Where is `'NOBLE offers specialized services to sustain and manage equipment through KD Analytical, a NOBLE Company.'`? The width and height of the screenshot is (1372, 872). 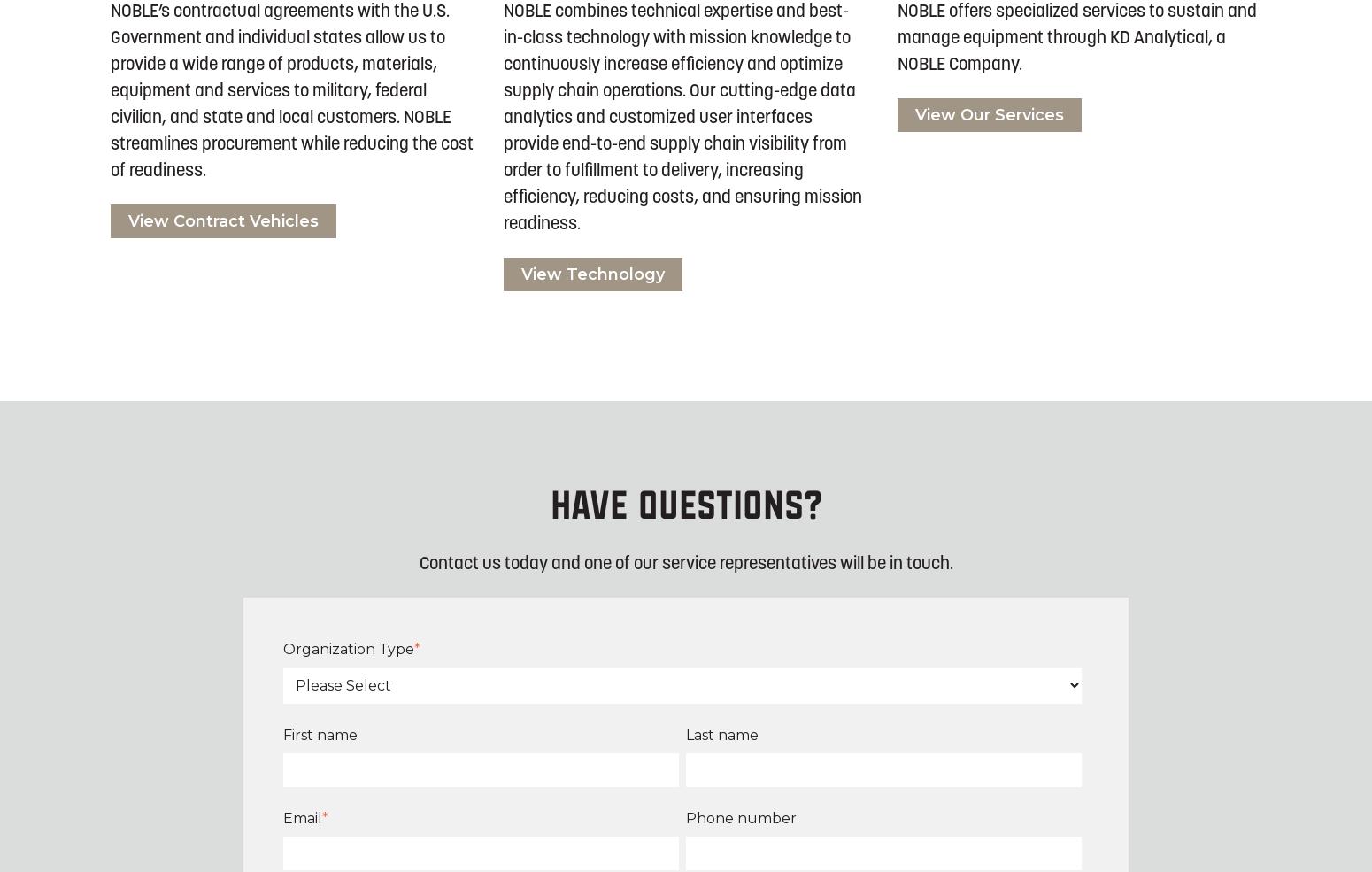
'NOBLE offers specialized services to sustain and manage equipment through KD Analytical, a NOBLE Company.' is located at coordinates (1075, 37).